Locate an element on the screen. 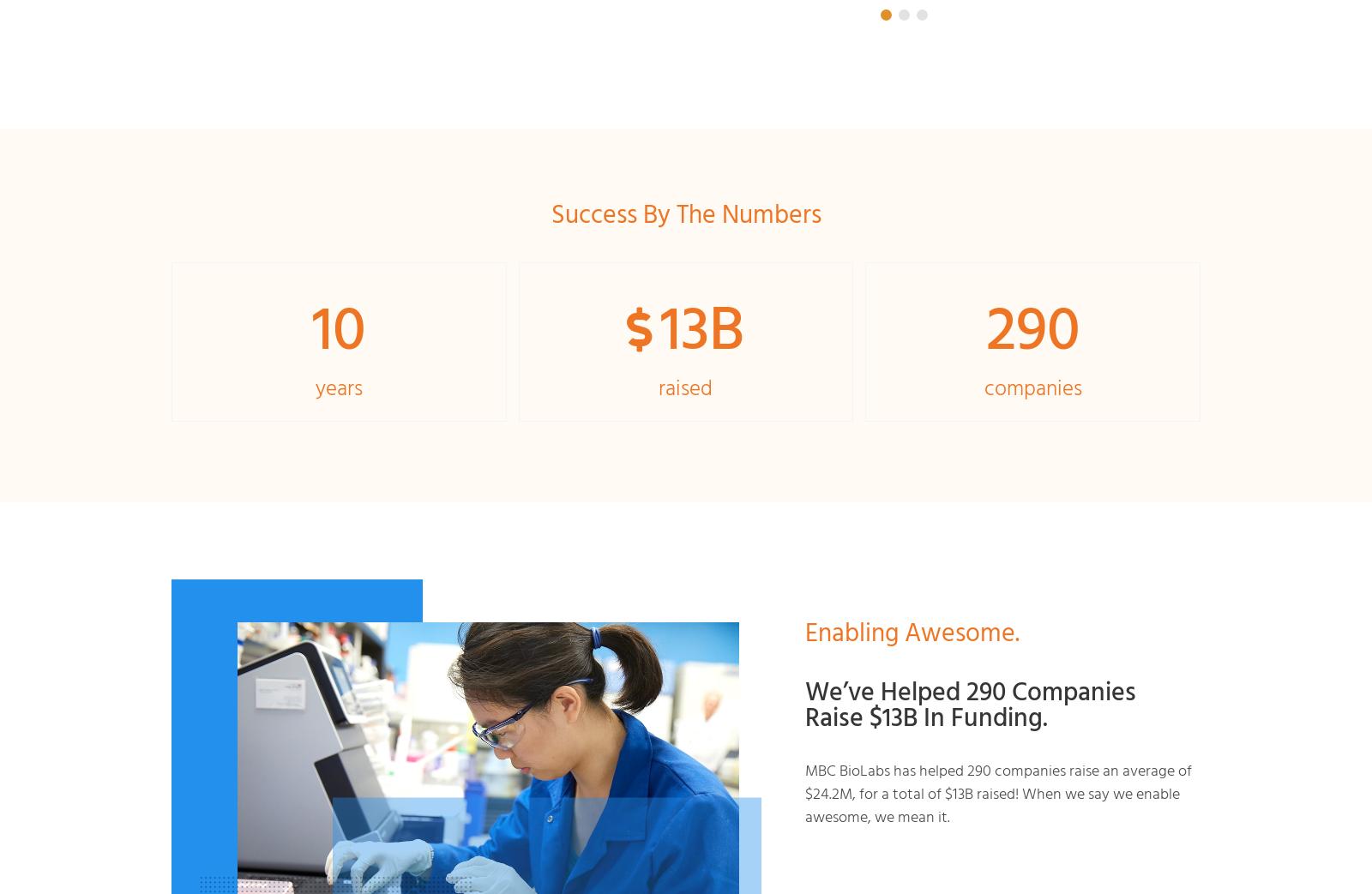  'B' is located at coordinates (725, 325).